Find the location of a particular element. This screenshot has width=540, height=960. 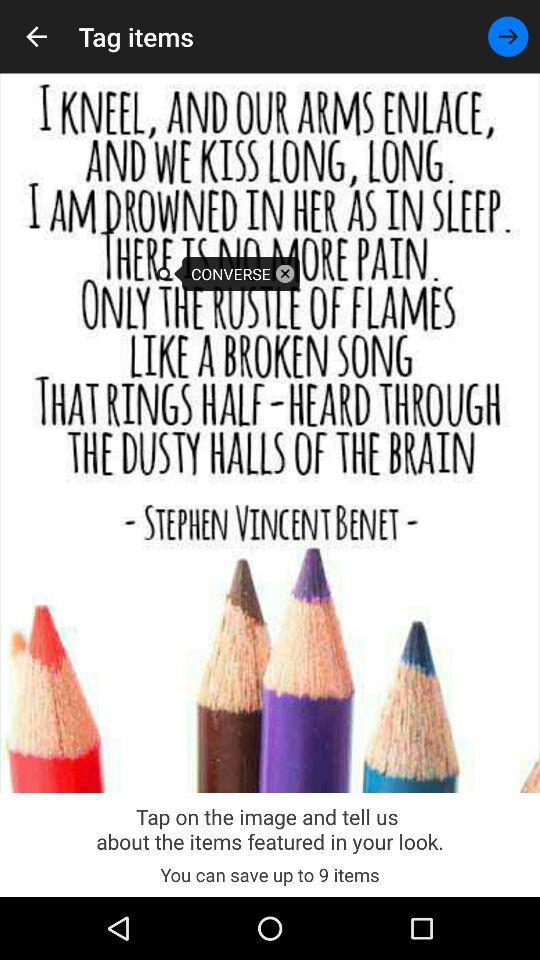

suggestion is located at coordinates (284, 272).